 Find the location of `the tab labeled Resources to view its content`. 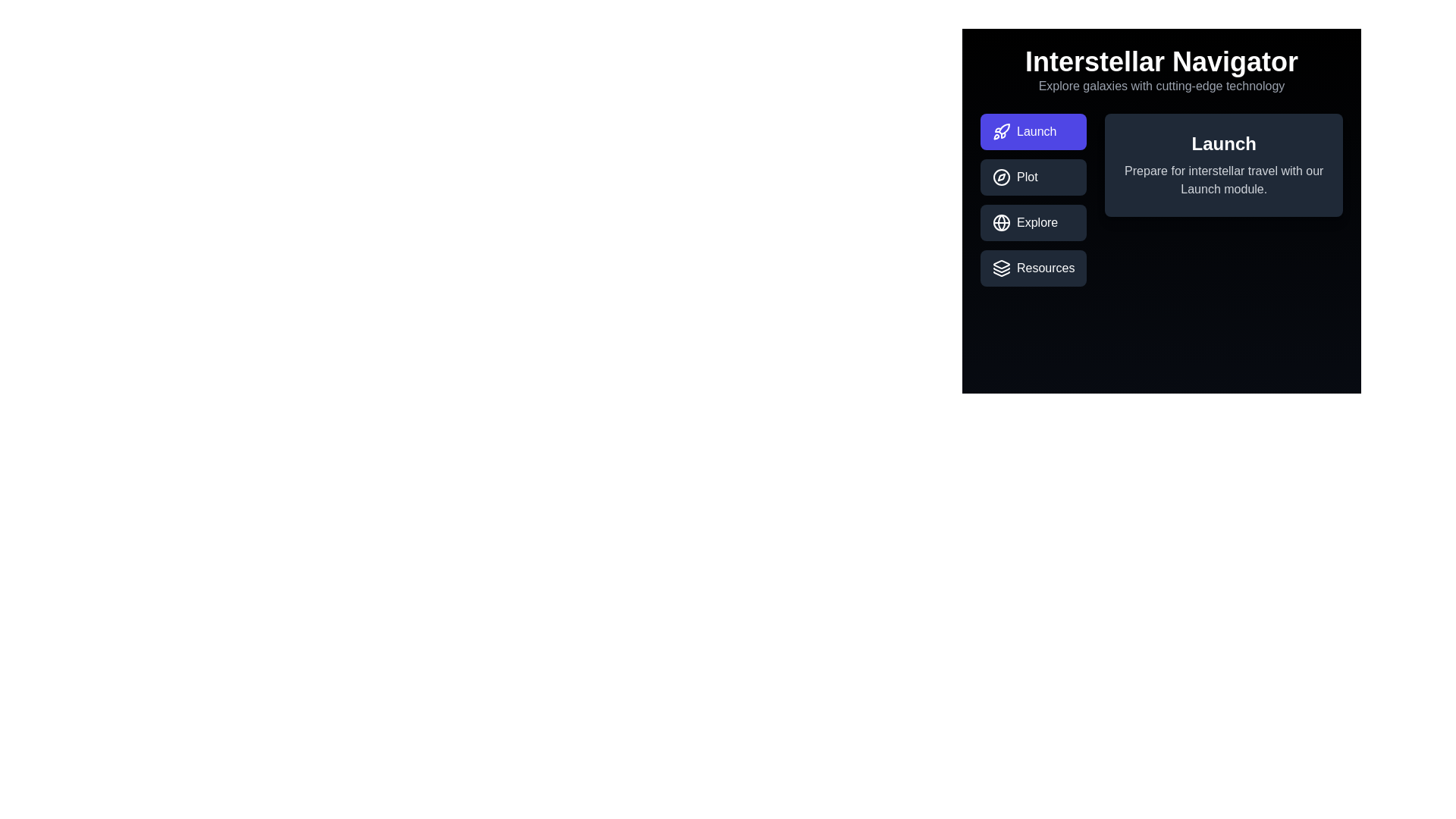

the tab labeled Resources to view its content is located at coordinates (1033, 268).